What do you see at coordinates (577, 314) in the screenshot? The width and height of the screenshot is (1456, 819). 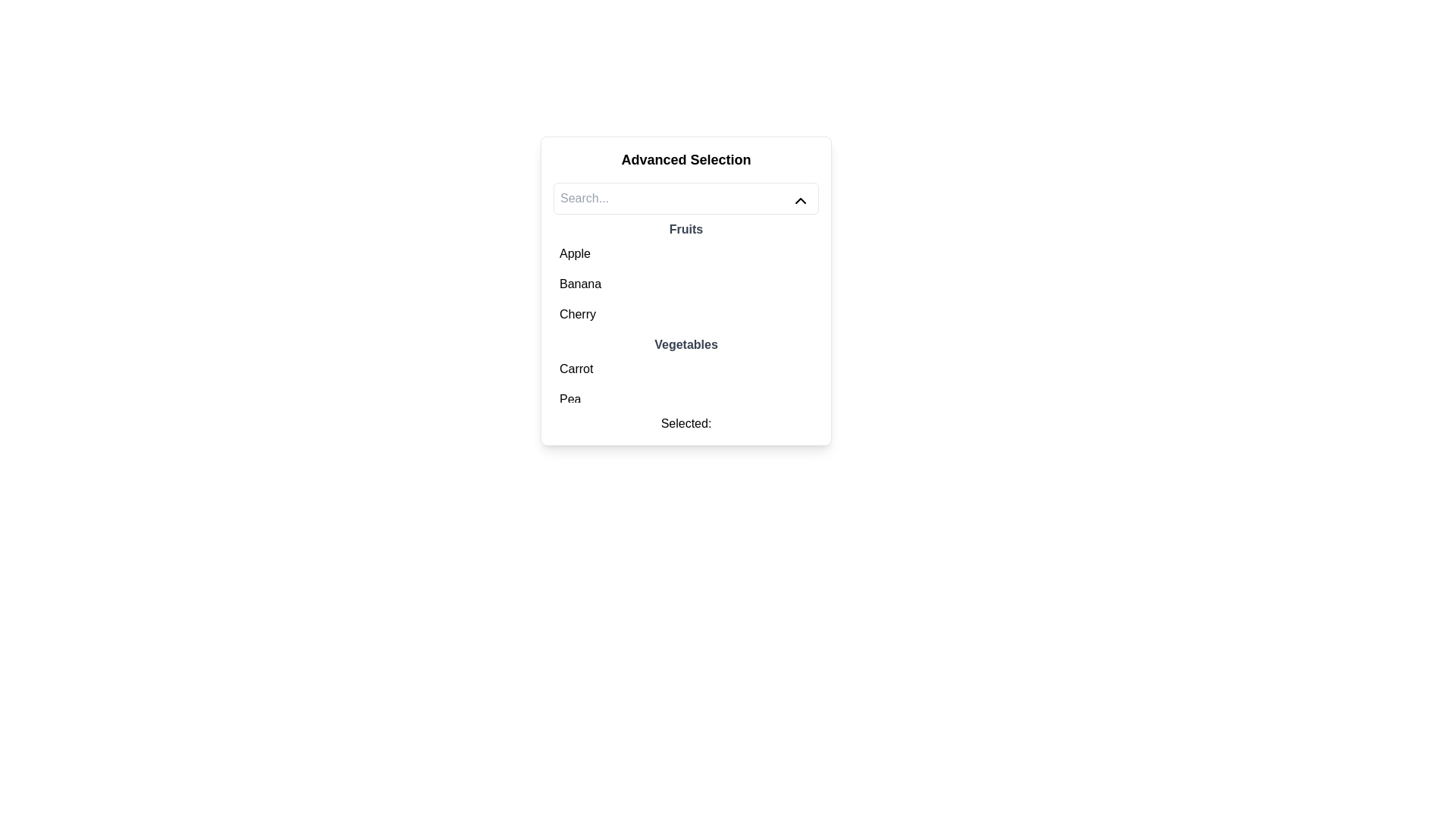 I see `the text-based list item 'Cherry' in the dropdown menu under the 'Fruits' section` at bounding box center [577, 314].